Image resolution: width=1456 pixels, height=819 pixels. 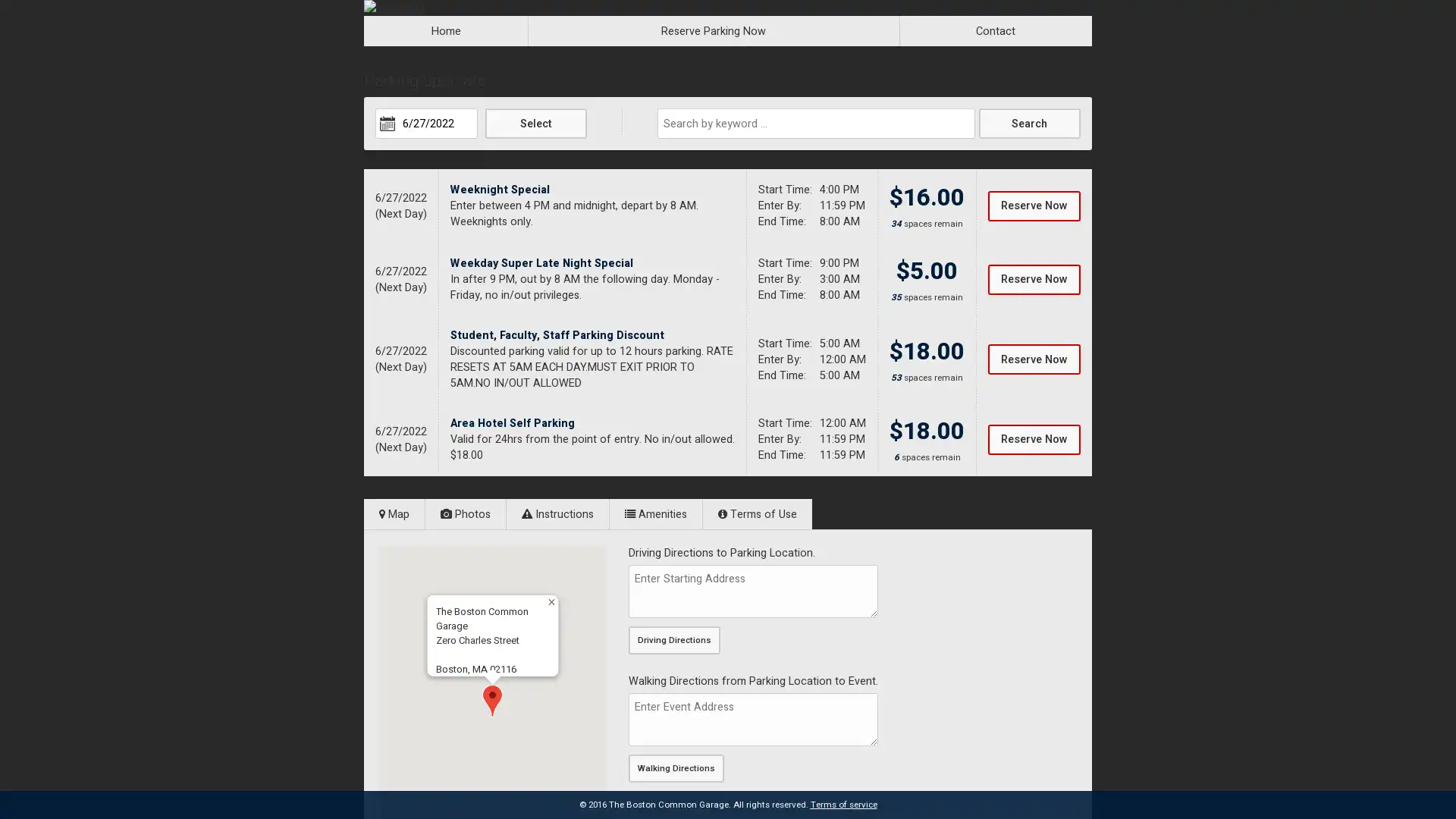 I want to click on Walking Directions, so click(x=676, y=768).